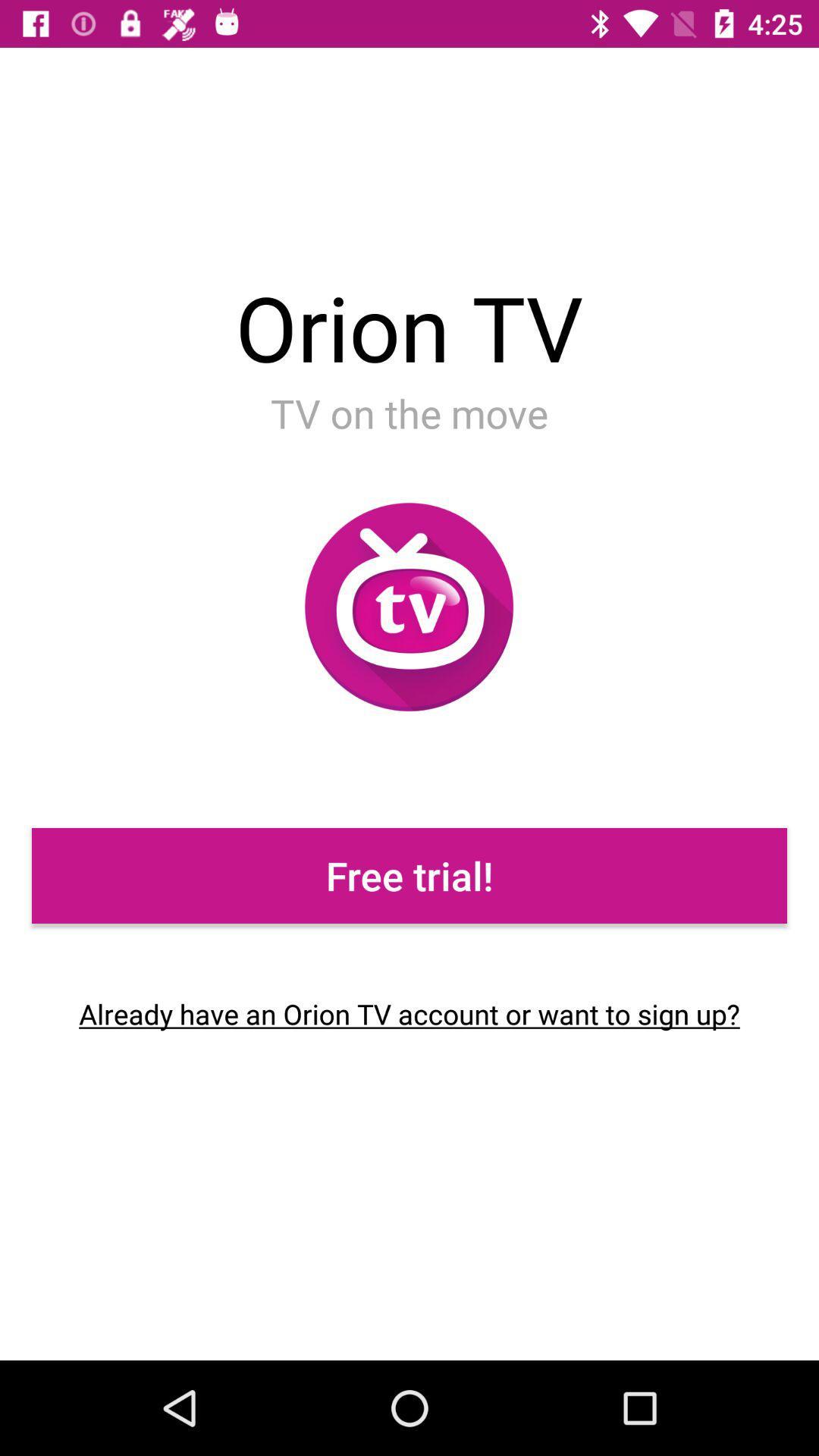 The width and height of the screenshot is (819, 1456). What do you see at coordinates (409, 876) in the screenshot?
I see `the free trial!` at bounding box center [409, 876].